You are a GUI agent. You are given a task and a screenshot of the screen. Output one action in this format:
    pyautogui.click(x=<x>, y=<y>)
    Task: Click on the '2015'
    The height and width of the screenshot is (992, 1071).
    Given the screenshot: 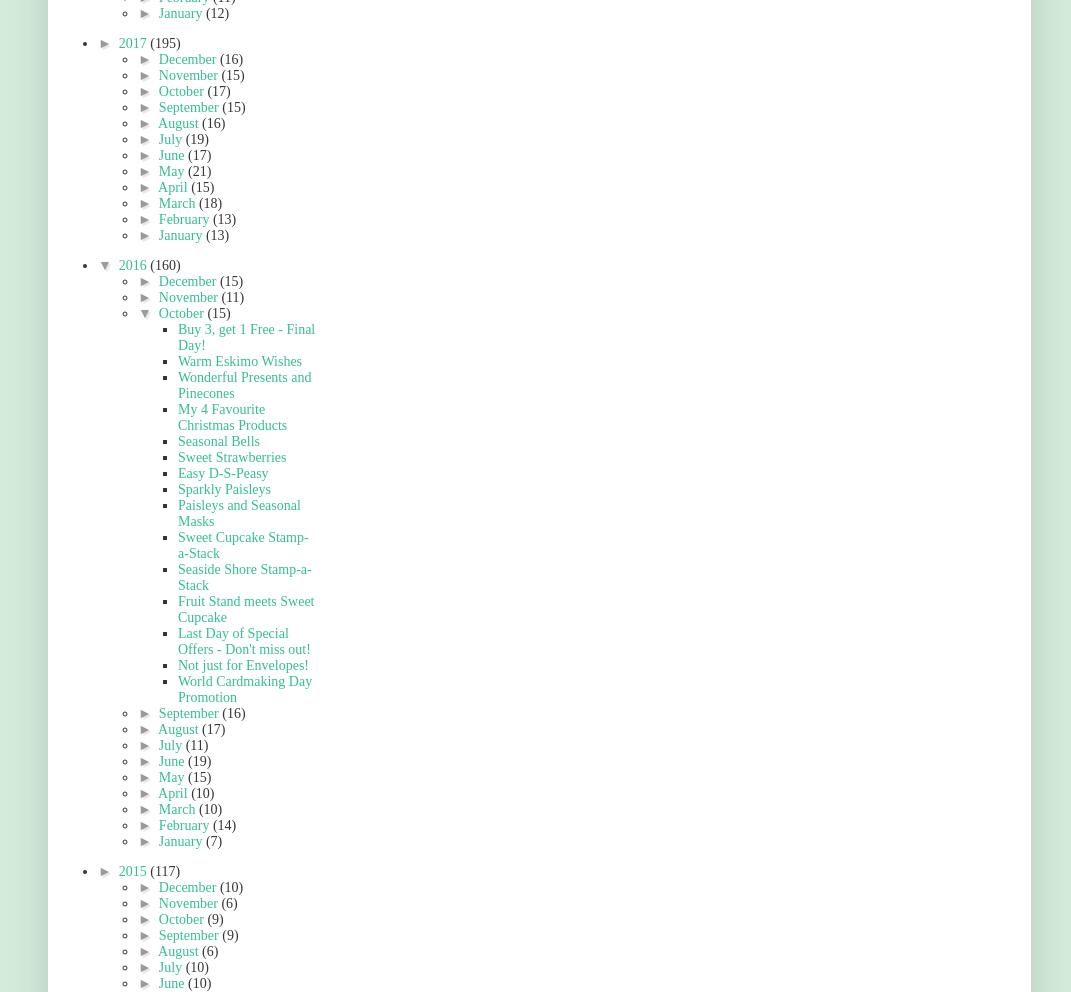 What is the action you would take?
    pyautogui.click(x=133, y=871)
    